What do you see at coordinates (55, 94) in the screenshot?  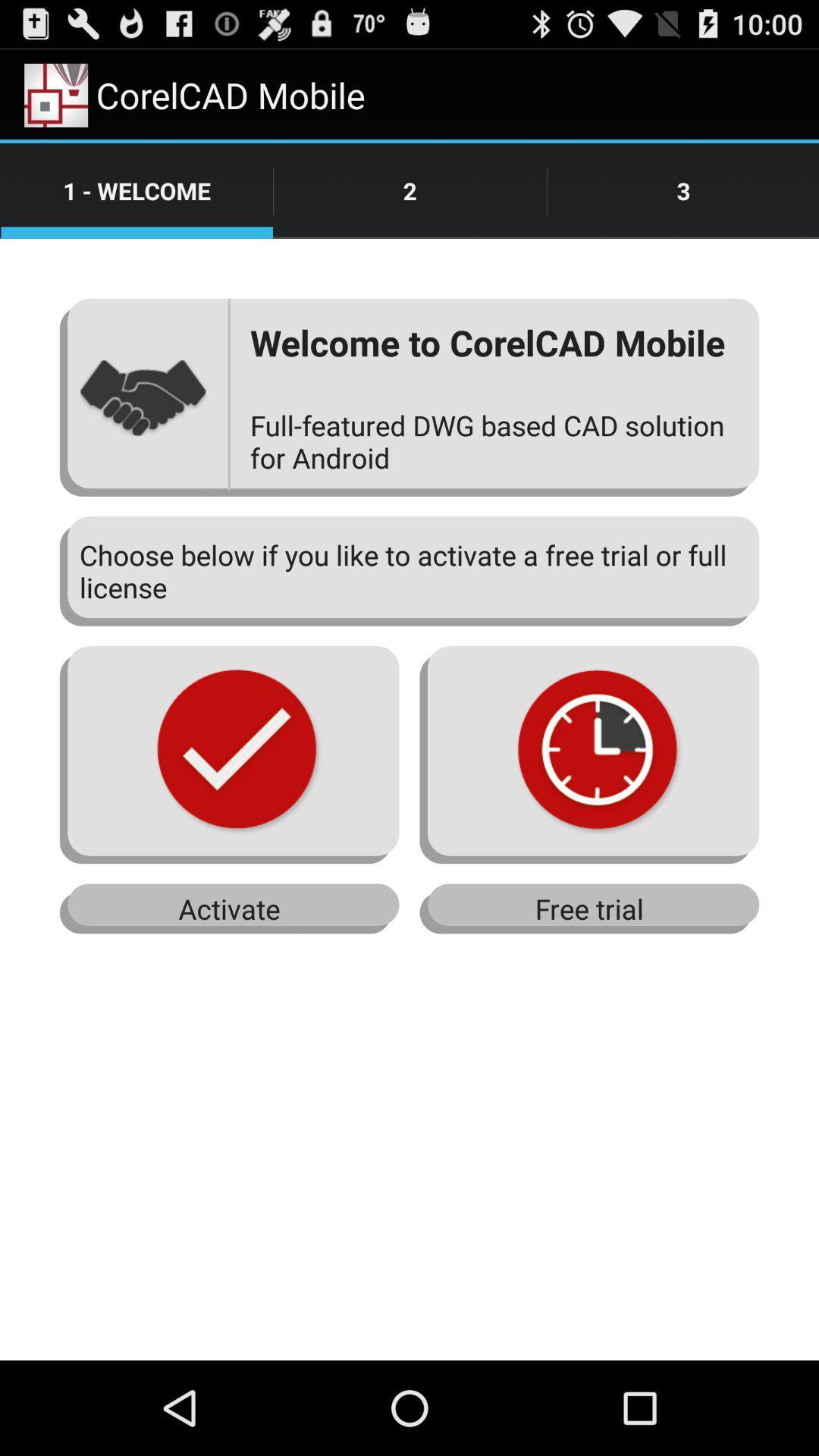 I see `icon on the left side of corelcad mobile` at bounding box center [55, 94].